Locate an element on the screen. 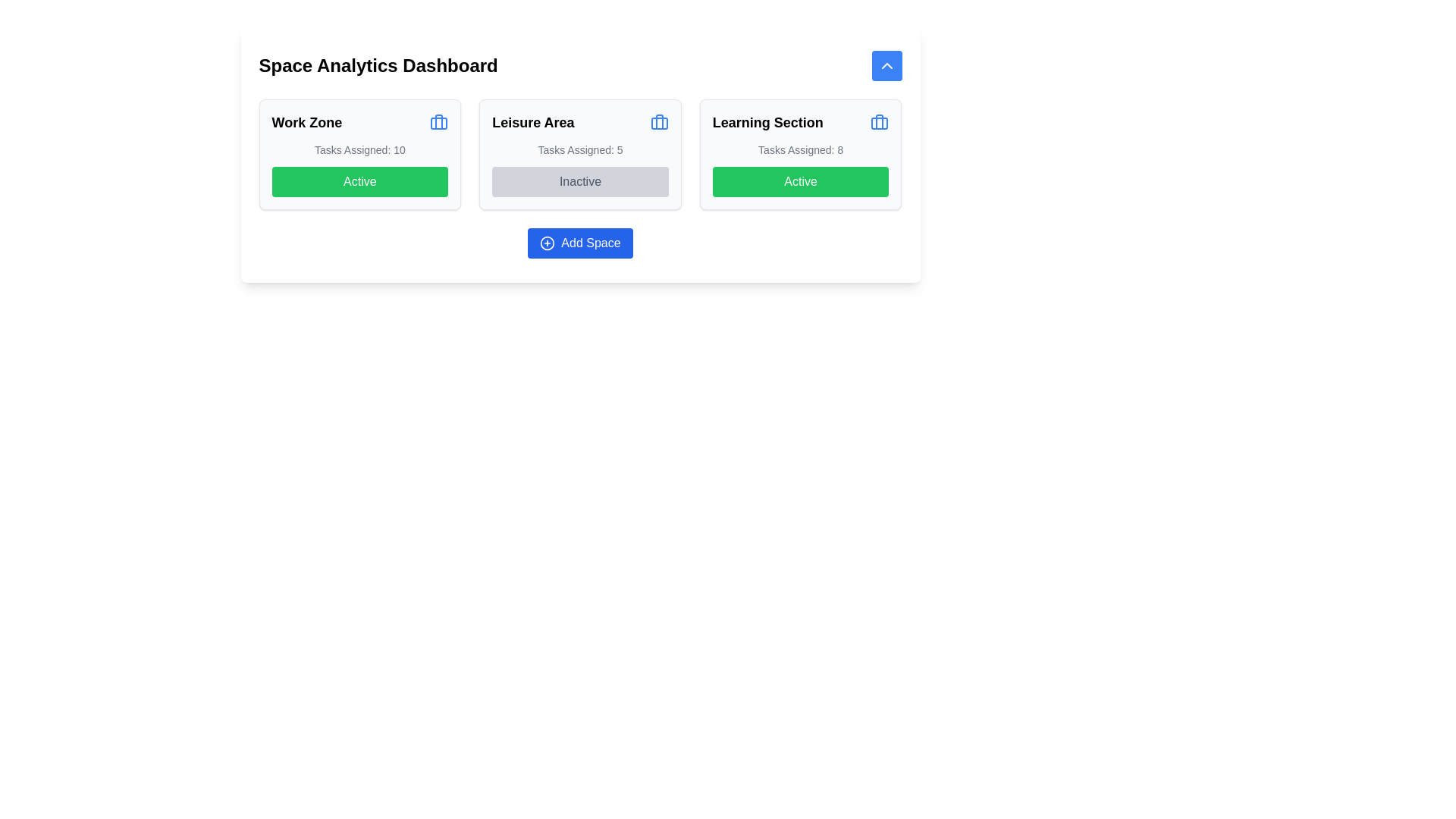 This screenshot has width=1456, height=819. the briefcase icon located in the top-right corner of the 'Leisure Area' card, which provides additional functionality related to this section is located at coordinates (659, 122).